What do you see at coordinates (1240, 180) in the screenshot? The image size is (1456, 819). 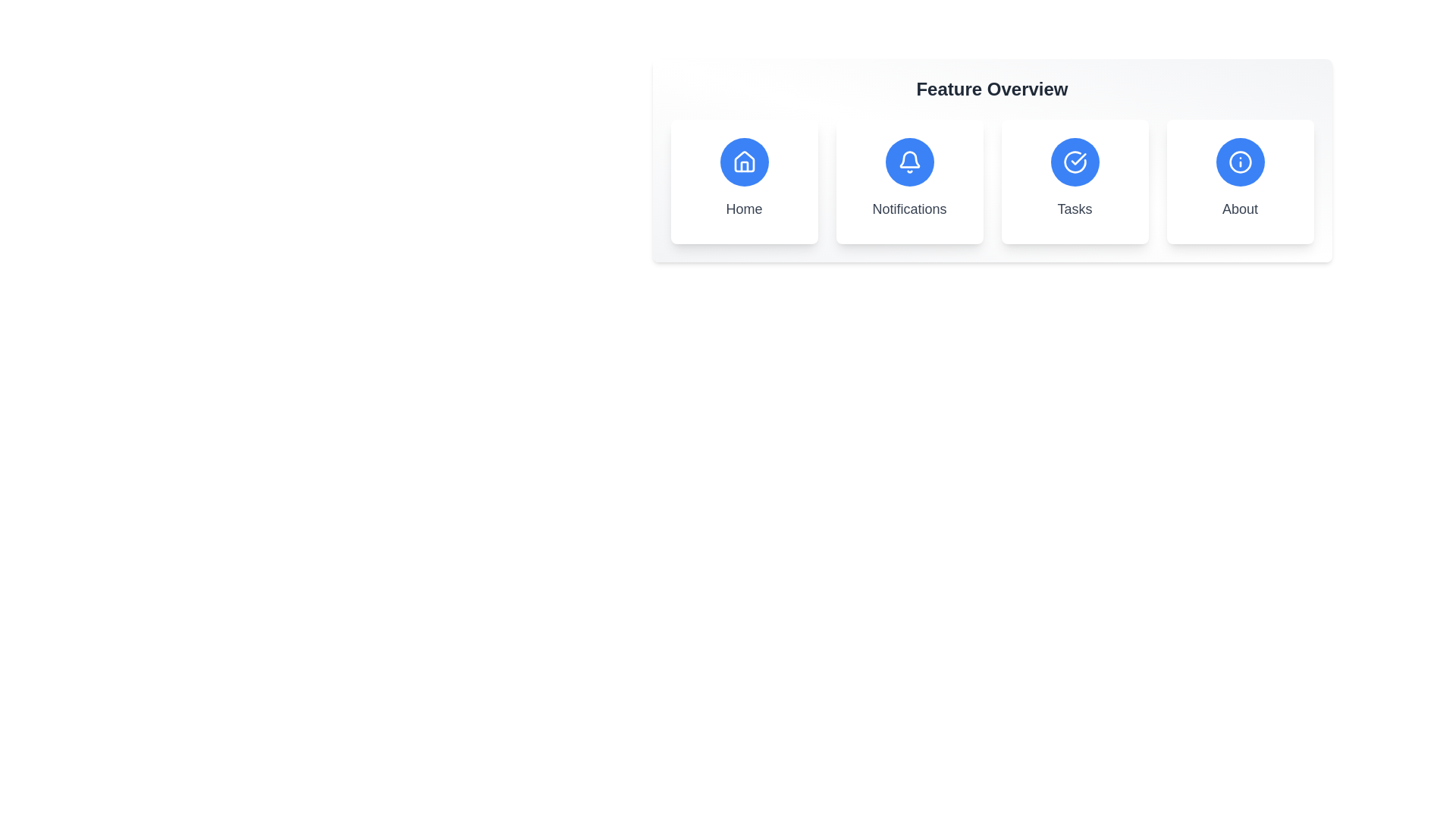 I see `the fourth card in the grid, which contains a blue circular 'i' icon and the text 'About'` at bounding box center [1240, 180].